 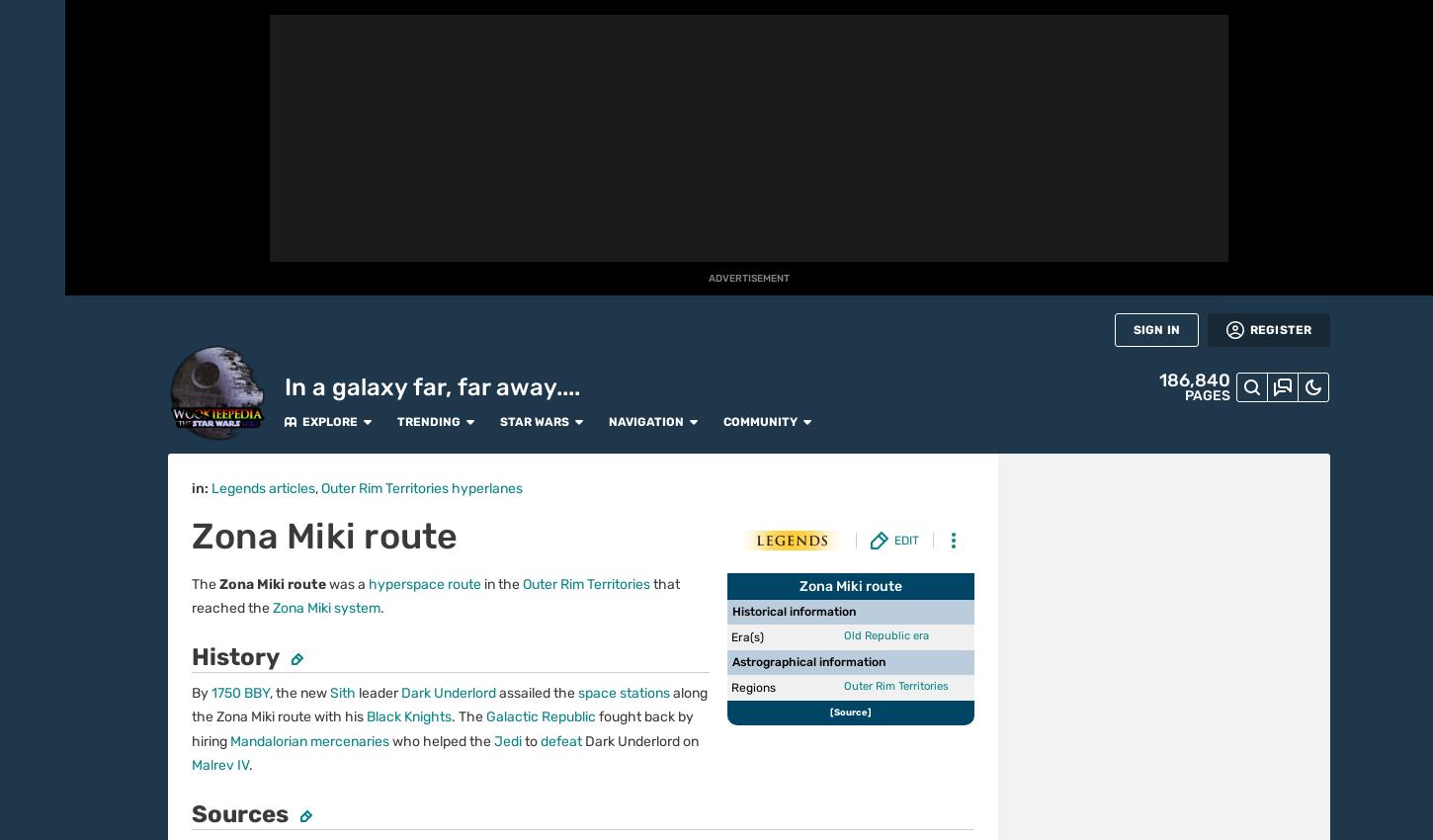 I want to click on '1', so click(x=239, y=682).